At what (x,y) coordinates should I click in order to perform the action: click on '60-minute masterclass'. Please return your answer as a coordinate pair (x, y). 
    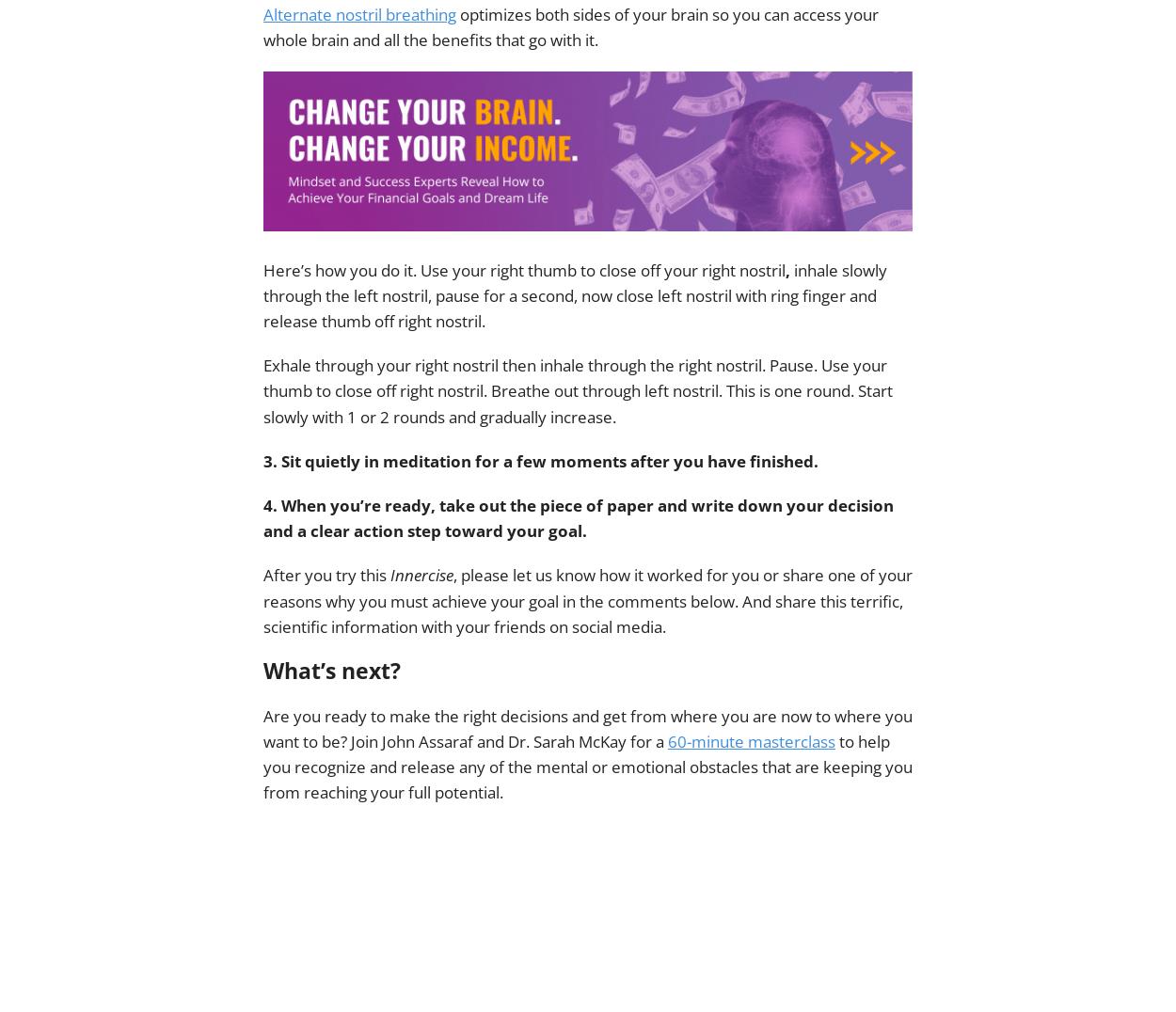
    Looking at the image, I should click on (752, 740).